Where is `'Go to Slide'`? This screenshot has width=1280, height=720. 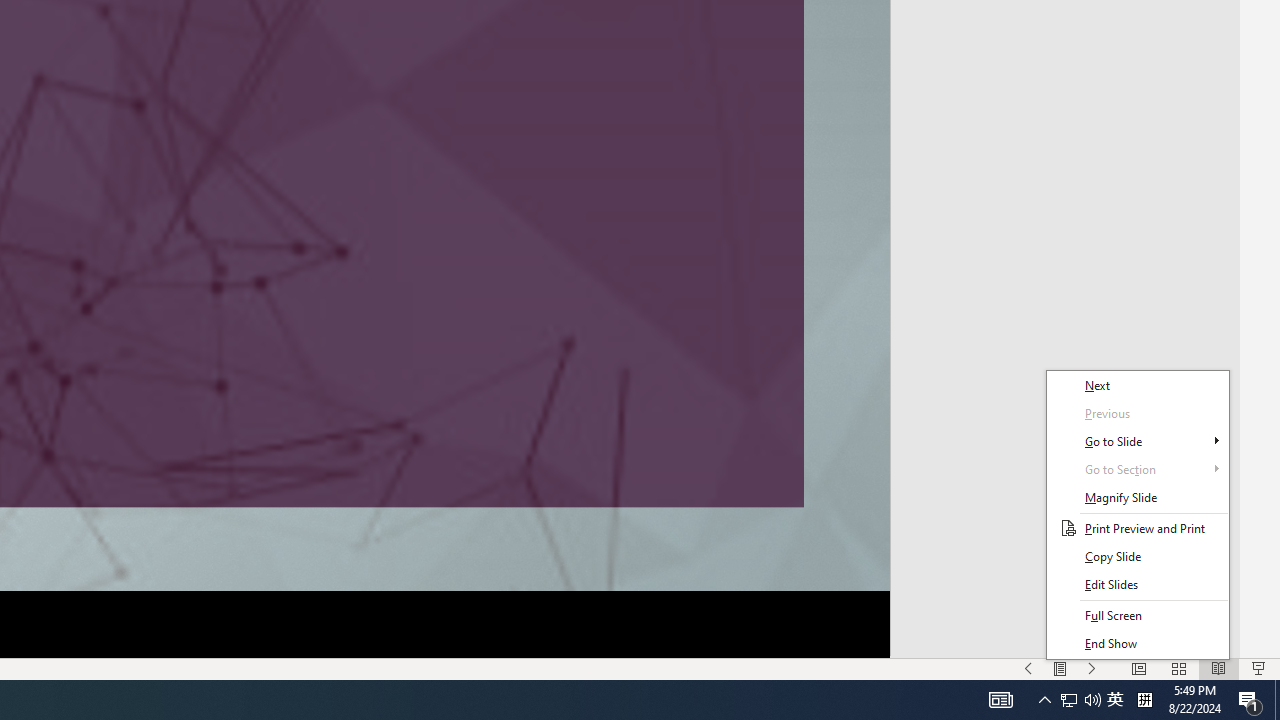 'Go to Slide' is located at coordinates (1137, 440).